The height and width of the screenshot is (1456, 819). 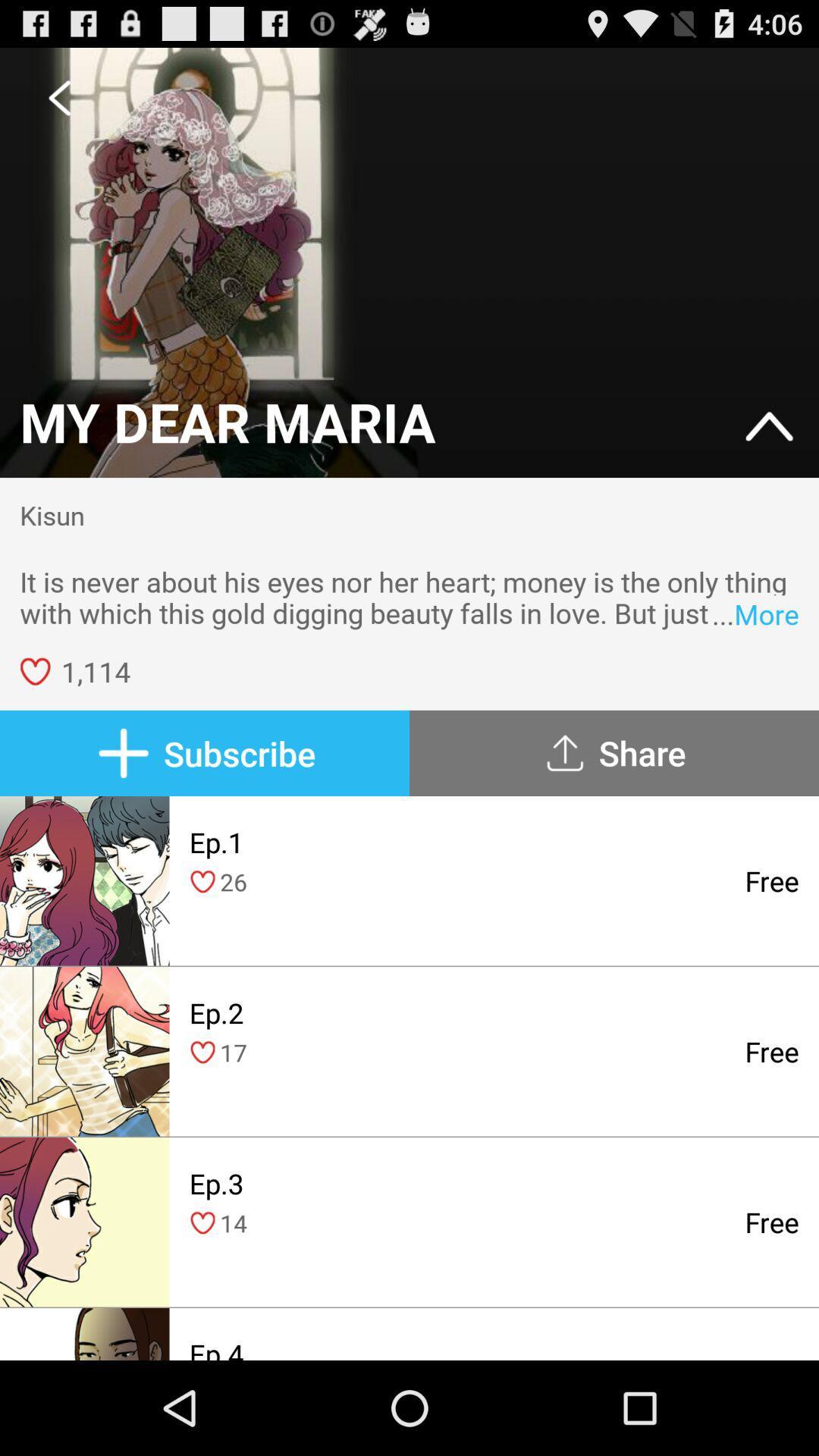 I want to click on the arrow_backward icon, so click(x=58, y=103).